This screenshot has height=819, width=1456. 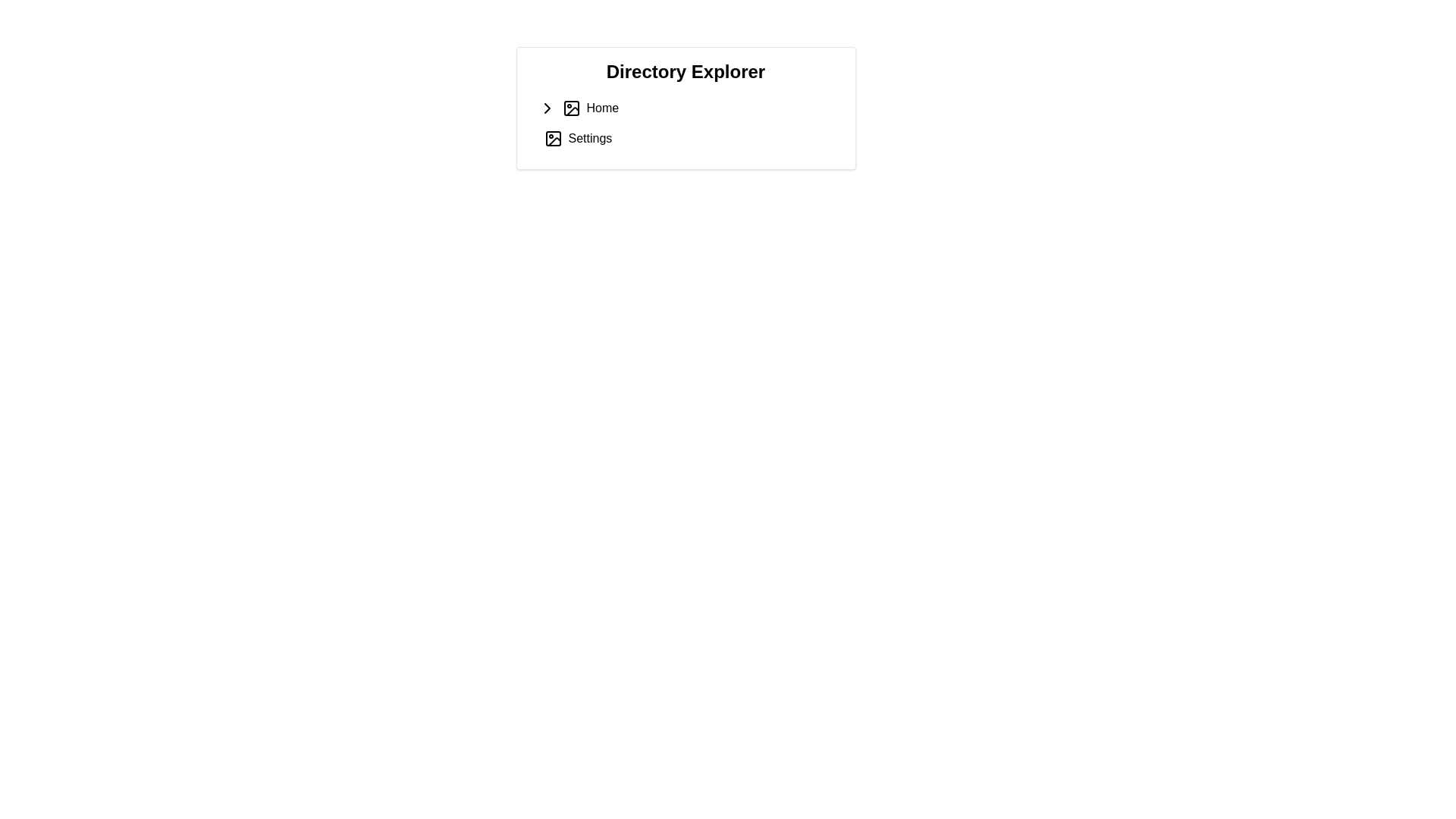 I want to click on the SVG rectangle element with rounded corners located at the top-left corner of the icon, which is part of a minimalist design, so click(x=570, y=107).